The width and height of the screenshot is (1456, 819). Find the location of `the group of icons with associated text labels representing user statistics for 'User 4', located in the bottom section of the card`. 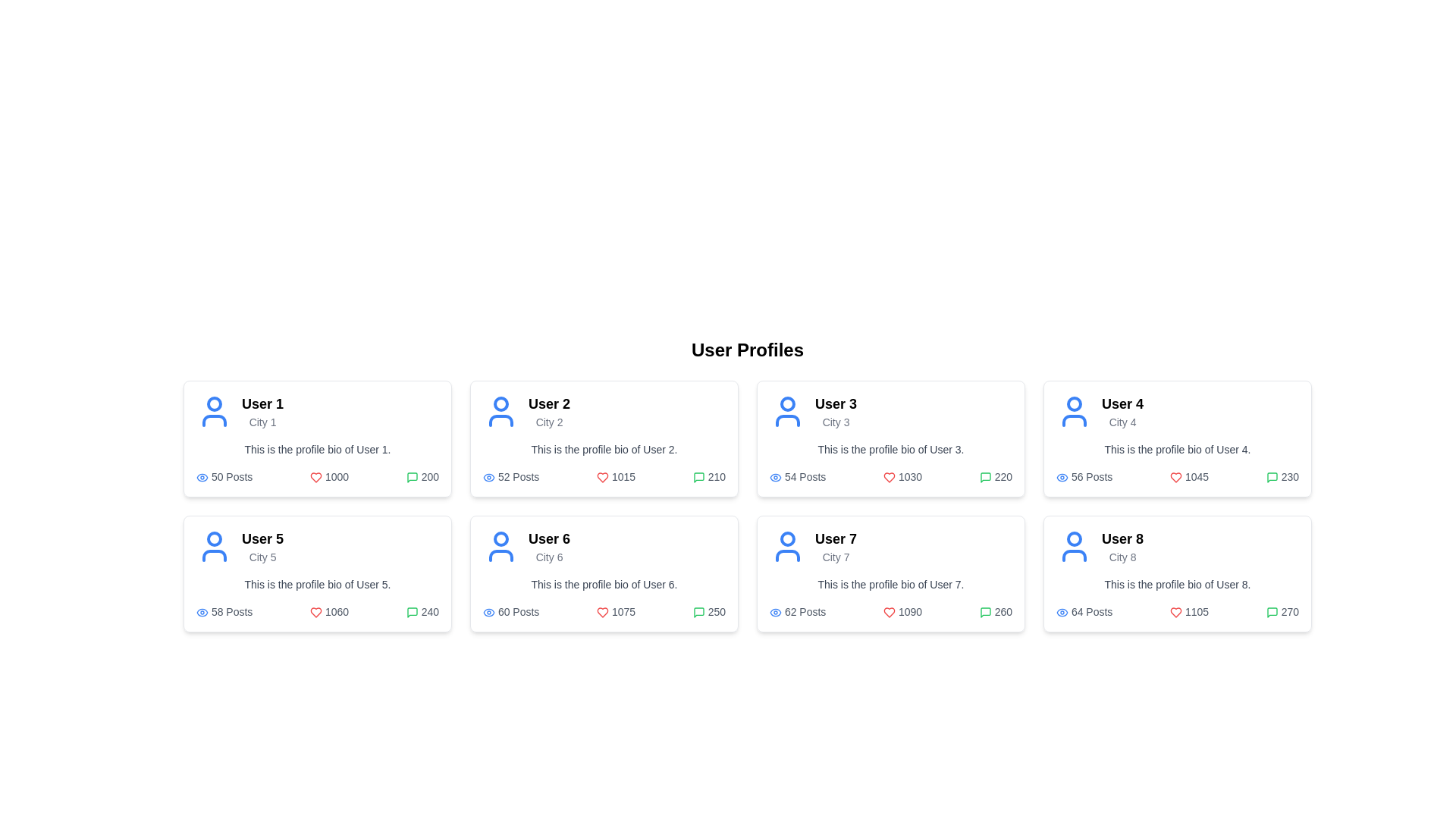

the group of icons with associated text labels representing user statistics for 'User 4', located in the bottom section of the card is located at coordinates (1177, 475).